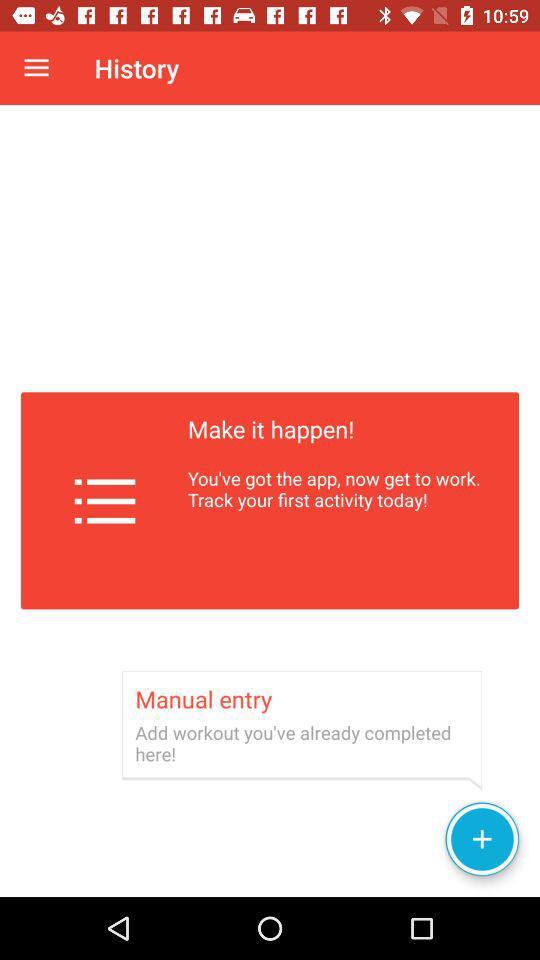 This screenshot has height=960, width=540. What do you see at coordinates (270, 500) in the screenshot?
I see `seeing in the paragraph` at bounding box center [270, 500].